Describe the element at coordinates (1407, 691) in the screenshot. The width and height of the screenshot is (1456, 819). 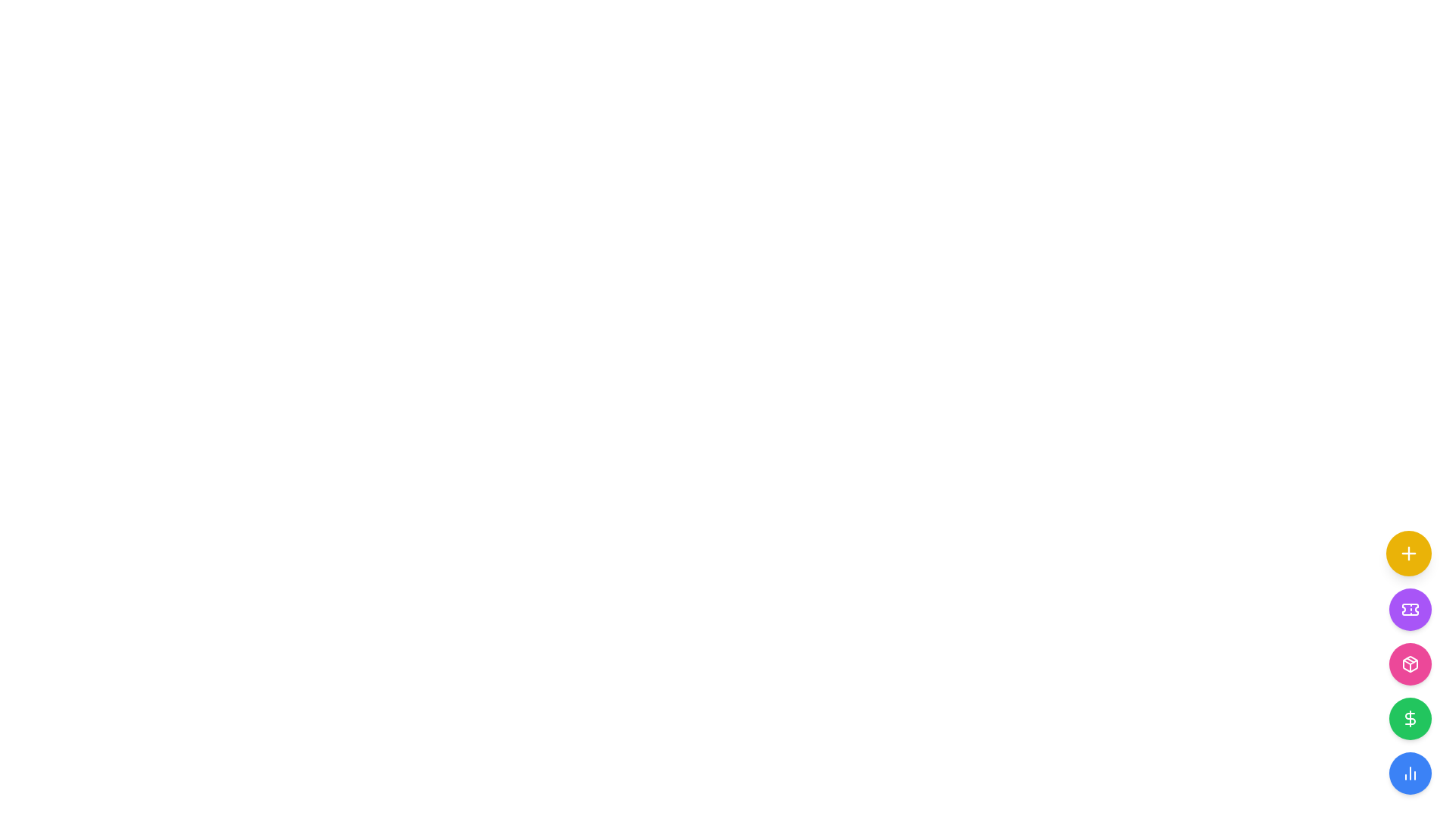
I see `the sales-related features button, which is the third circular button in a vertical arrangement of four, located near the bottom-right corner of the interface` at that location.